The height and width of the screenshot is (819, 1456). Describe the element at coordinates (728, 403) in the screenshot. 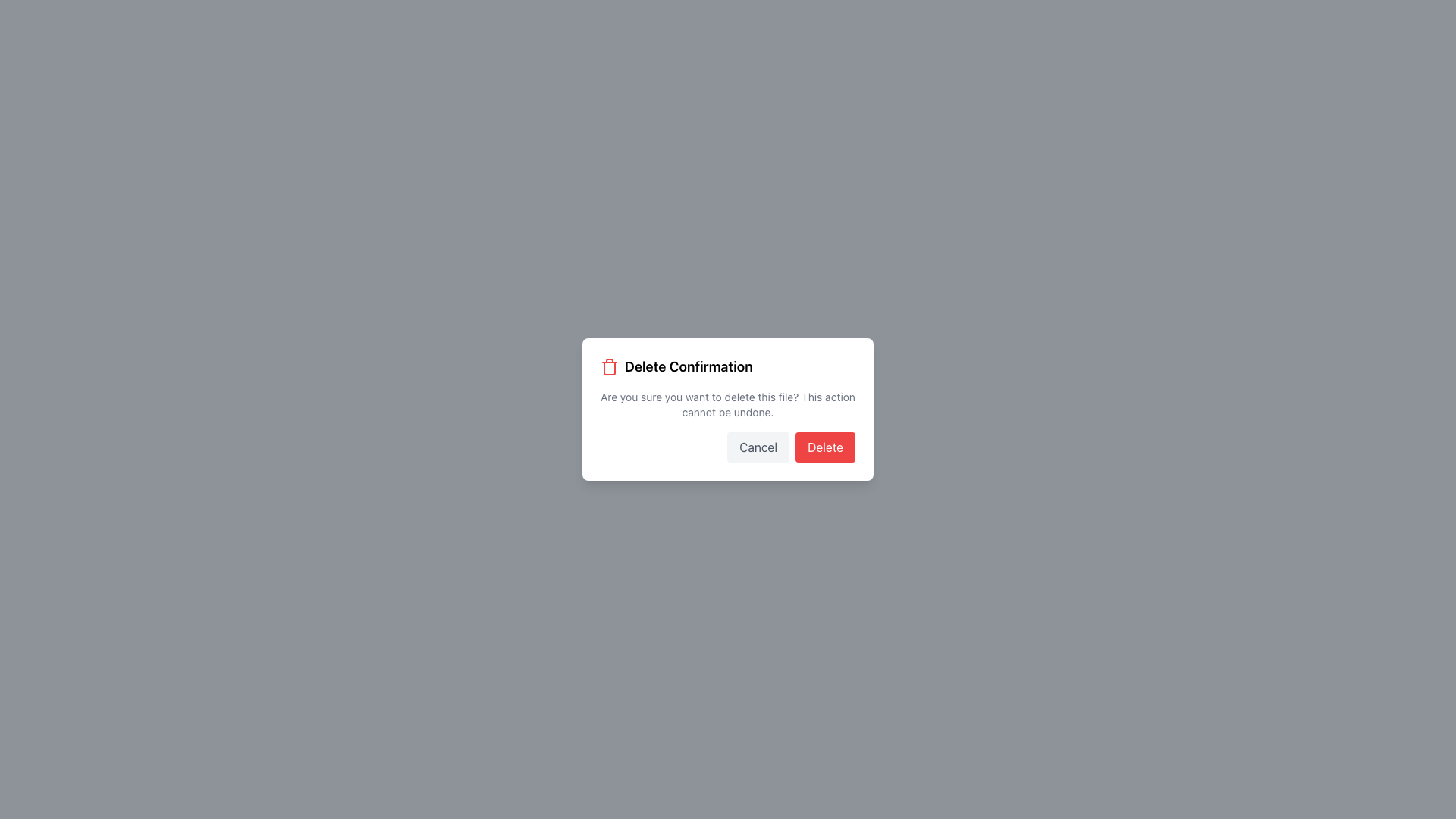

I see `text message that states: 'Are you sure you want to delete this file? This action cannot be undone.' It is located within the modal dialog box, below the 'Delete Confirmation' heading` at that location.